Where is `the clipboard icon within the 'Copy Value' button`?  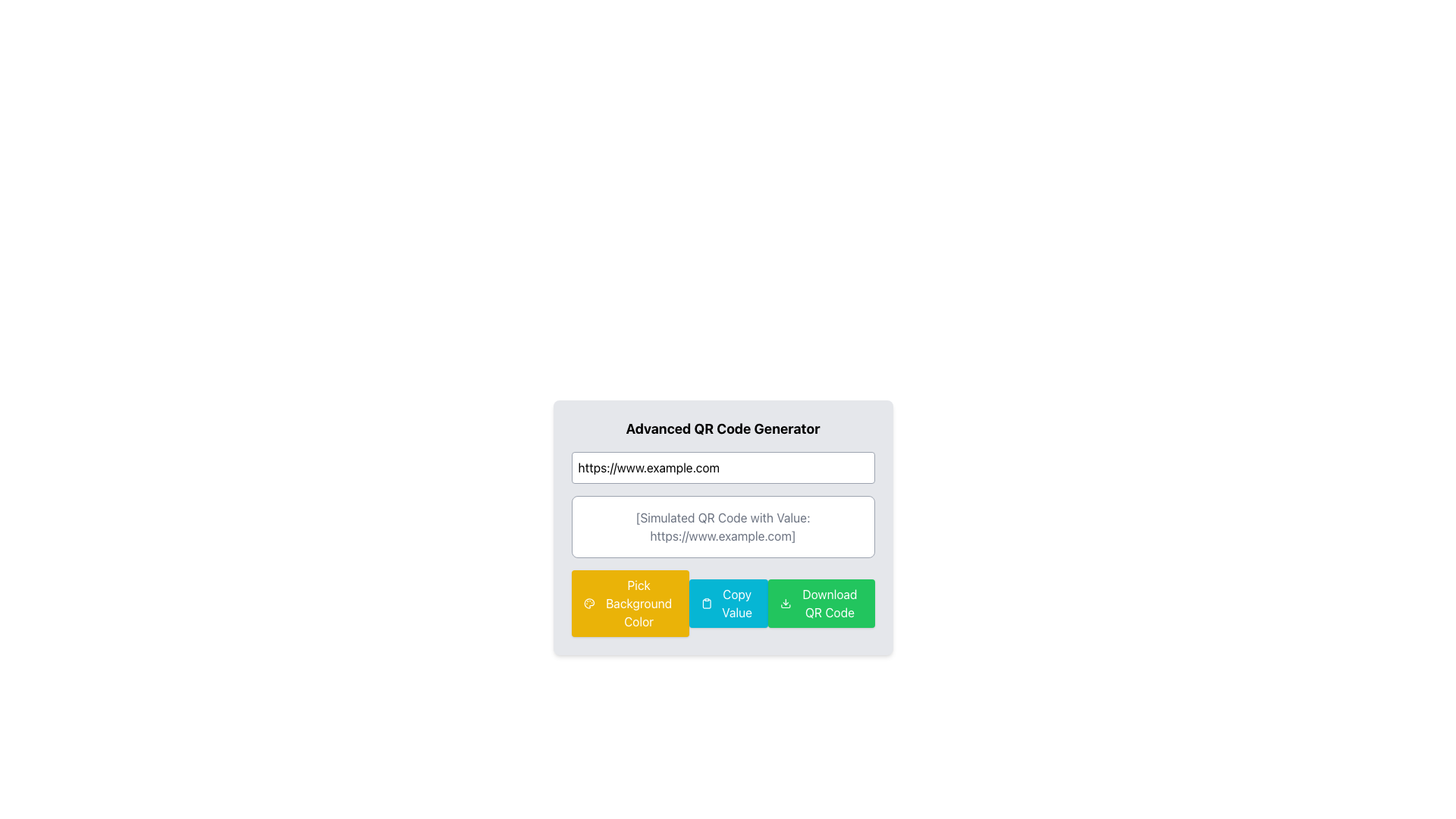 the clipboard icon within the 'Copy Value' button is located at coordinates (706, 602).